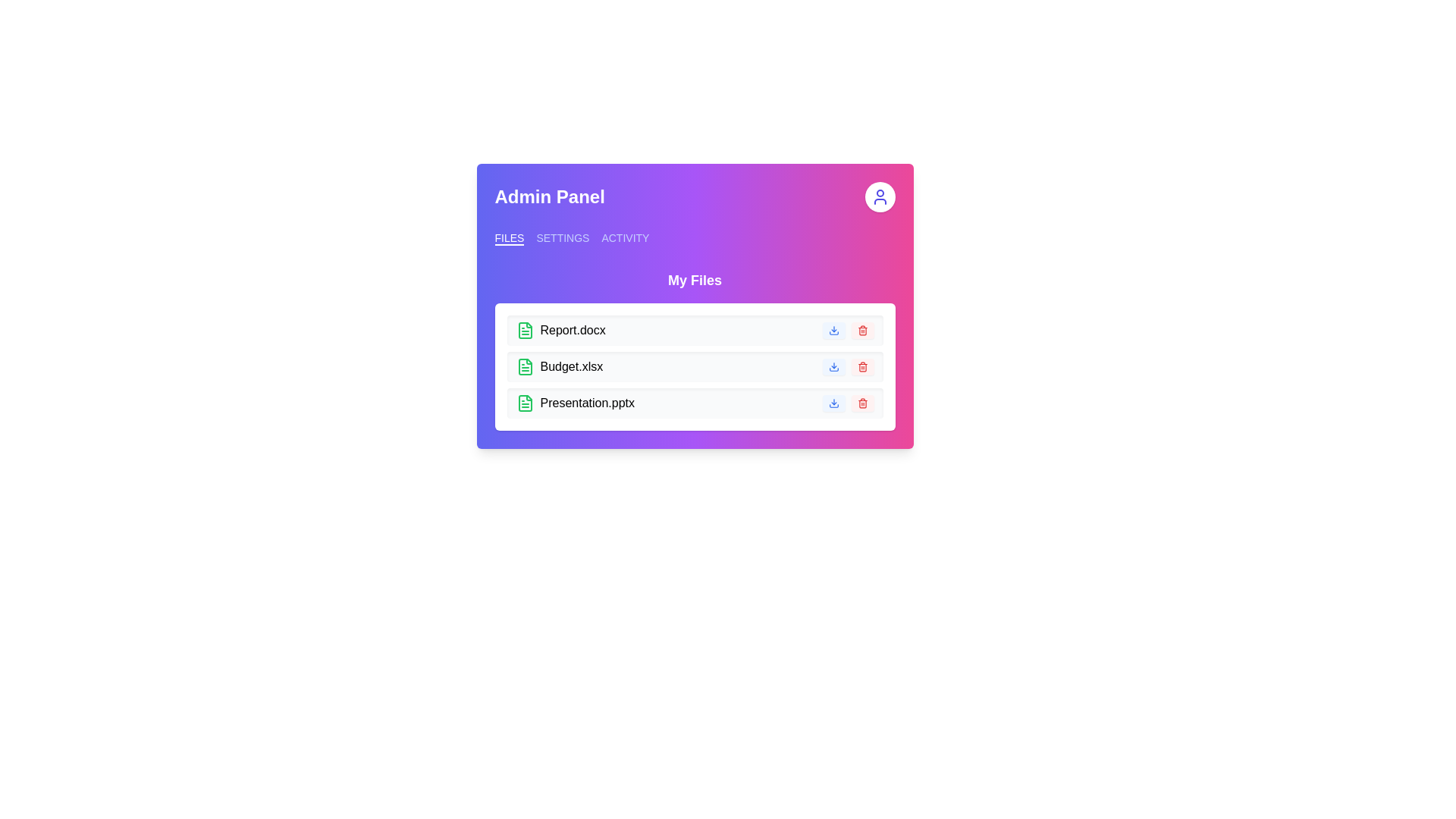 The width and height of the screenshot is (1456, 819). Describe the element at coordinates (862, 329) in the screenshot. I see `the delete button located on the far right of the second row in the 'My Files' list` at that location.